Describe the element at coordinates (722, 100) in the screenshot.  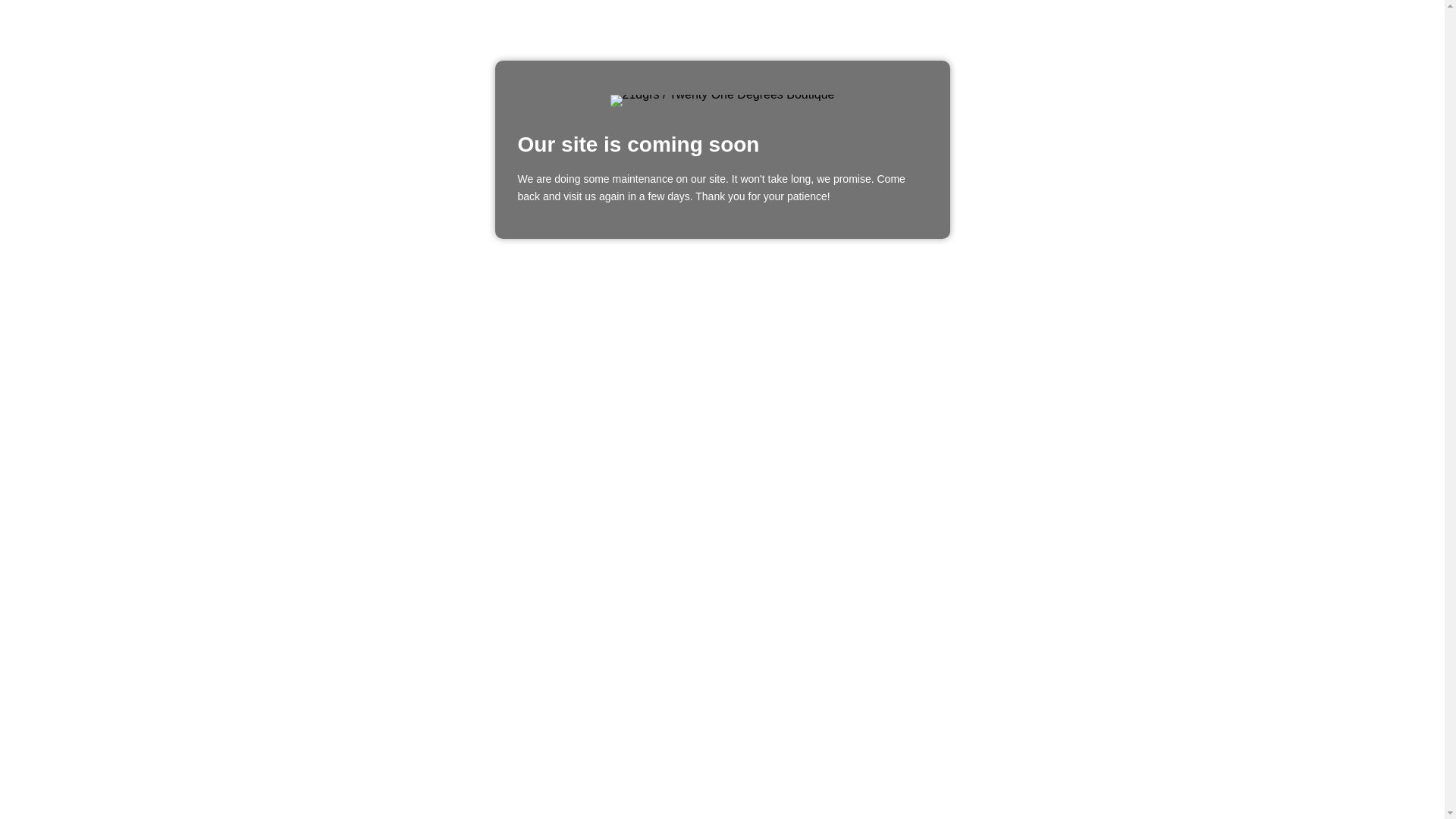
I see `'21dgrs / Twenty One Degrees Boutique'` at that location.